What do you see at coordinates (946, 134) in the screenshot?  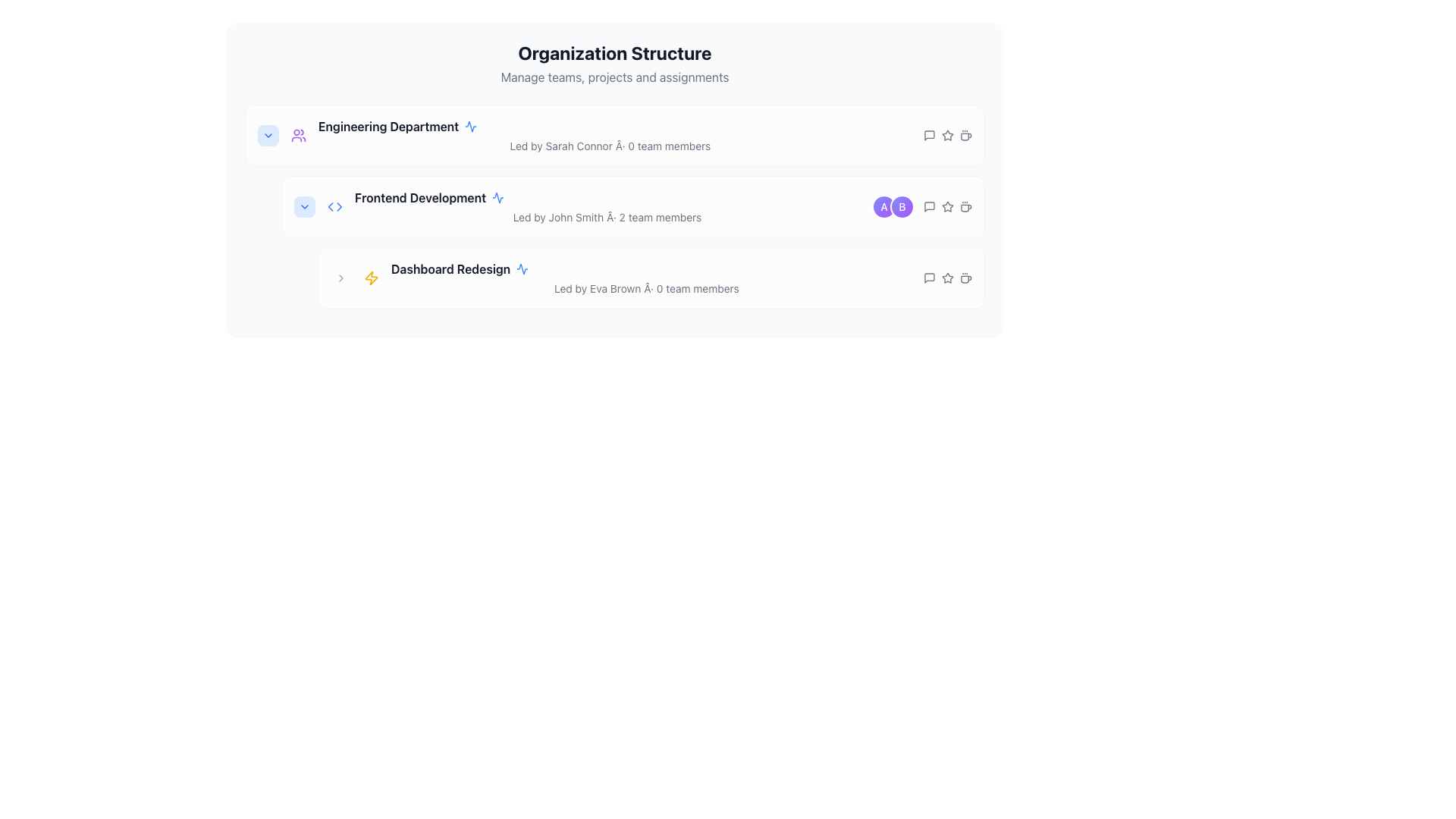 I see `the star-shaped icon with a thin and rounded outline to mark or unmark it` at bounding box center [946, 134].